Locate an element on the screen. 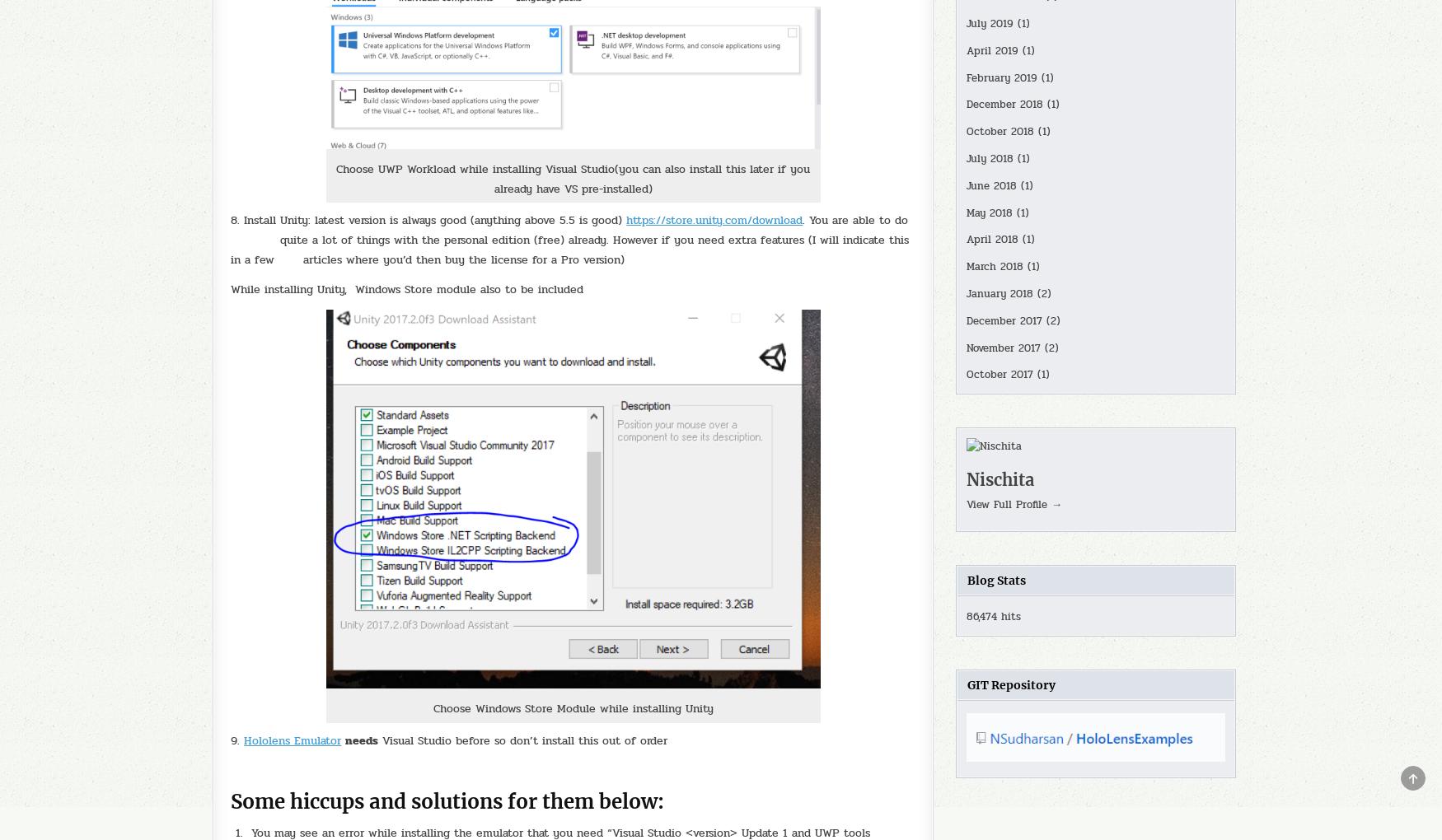  'October 2017' is located at coordinates (999, 374).